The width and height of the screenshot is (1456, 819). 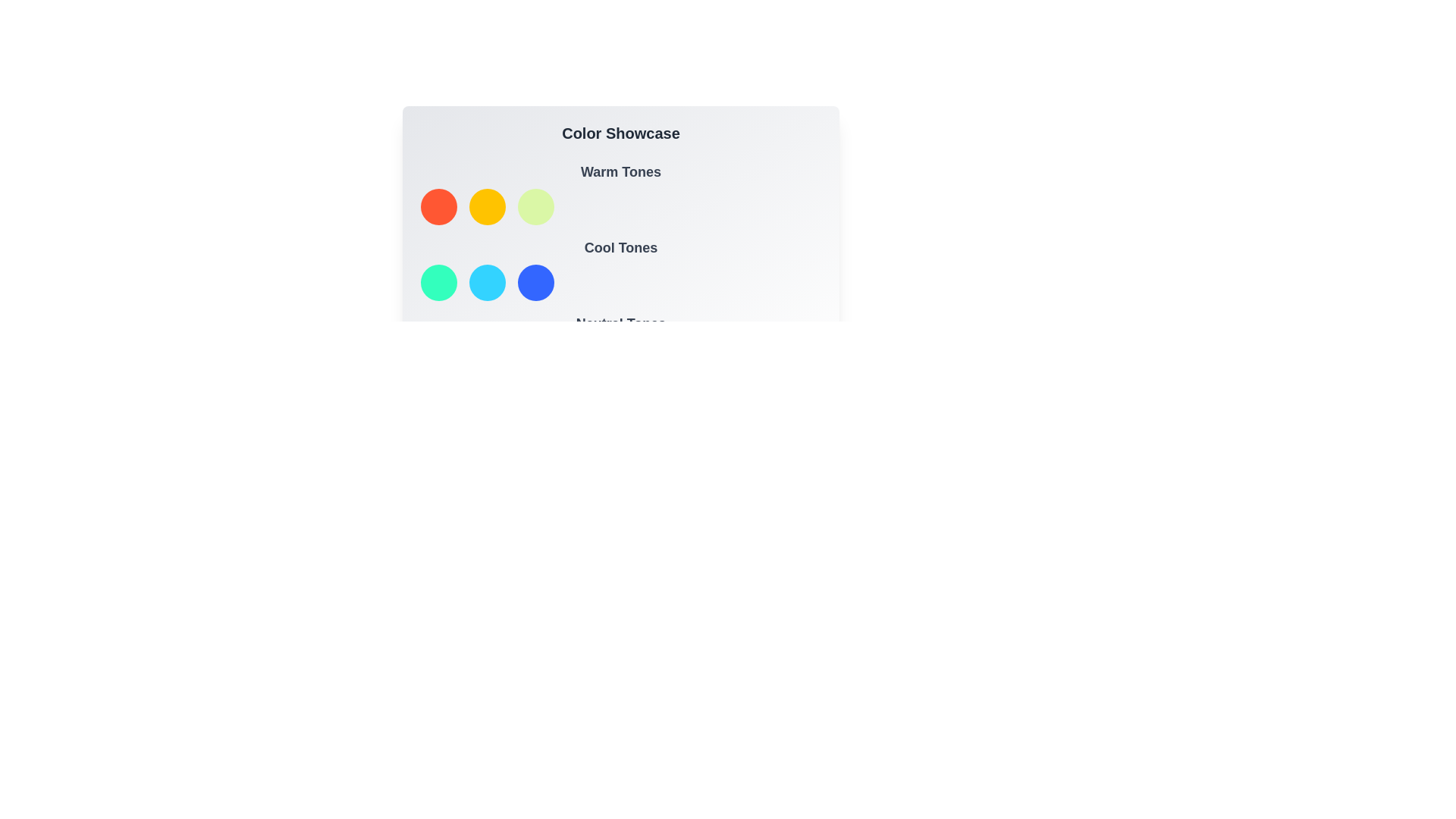 I want to click on the third circular color indicator in the 'Cool Tones' section, which is a solid blue color with a smooth border, so click(x=535, y=283).